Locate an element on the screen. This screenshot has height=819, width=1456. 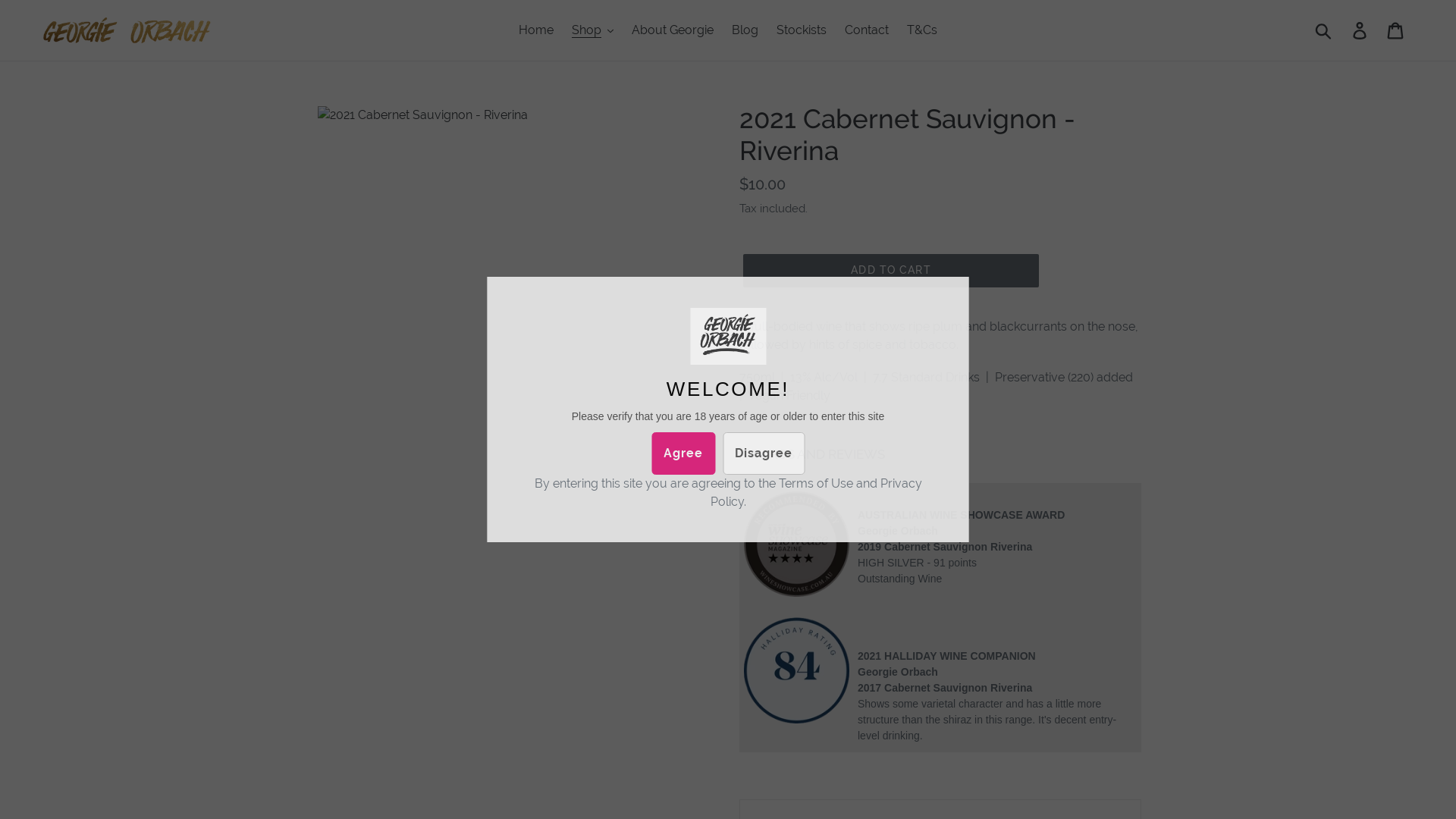
'About Georgie' is located at coordinates (672, 30).